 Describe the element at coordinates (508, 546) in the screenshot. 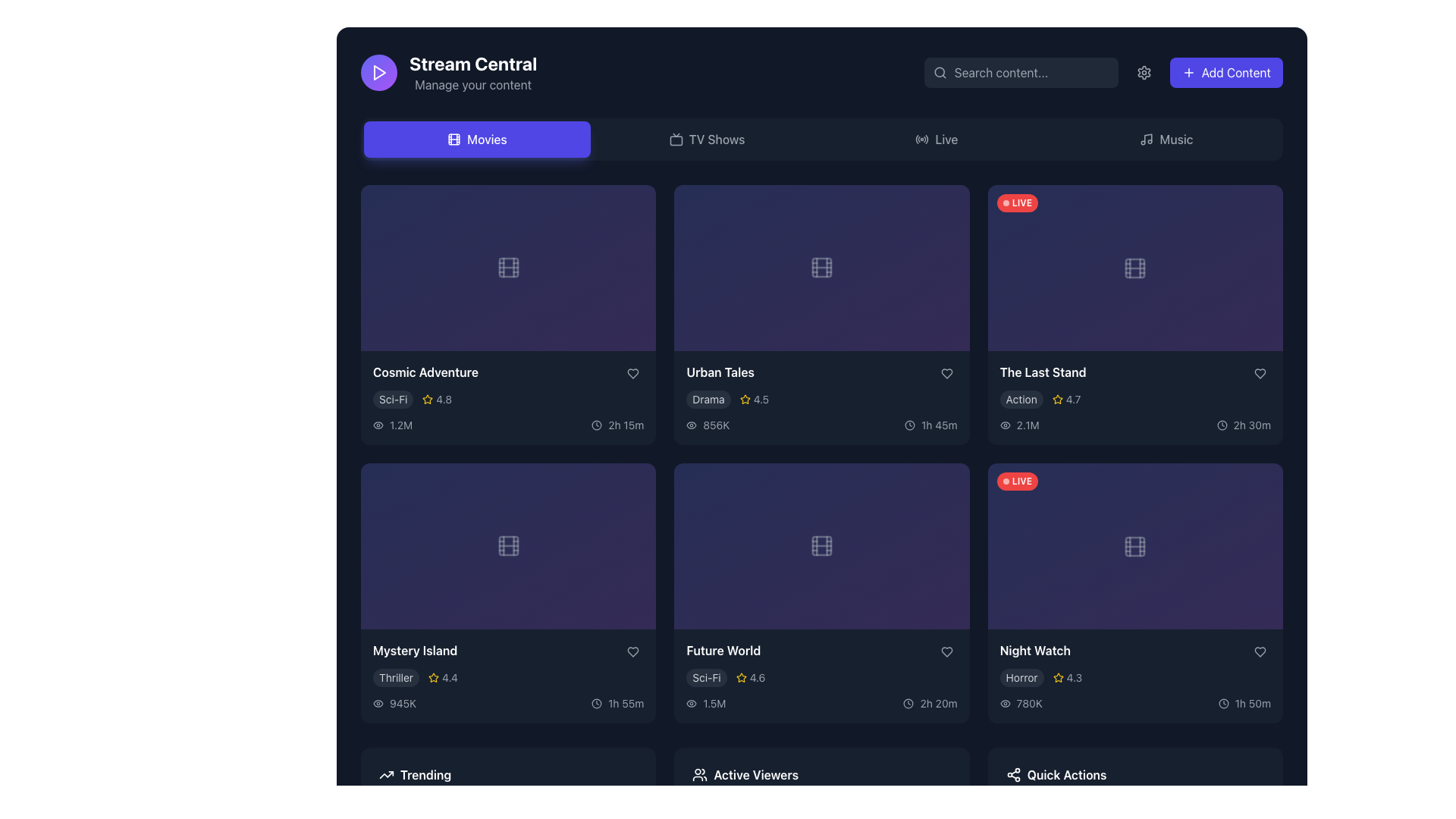

I see `the filmstrip icon styled in gray with a semi-transparent effect, located in the center of the rectangular area of the 'Mystery Island' card` at that location.